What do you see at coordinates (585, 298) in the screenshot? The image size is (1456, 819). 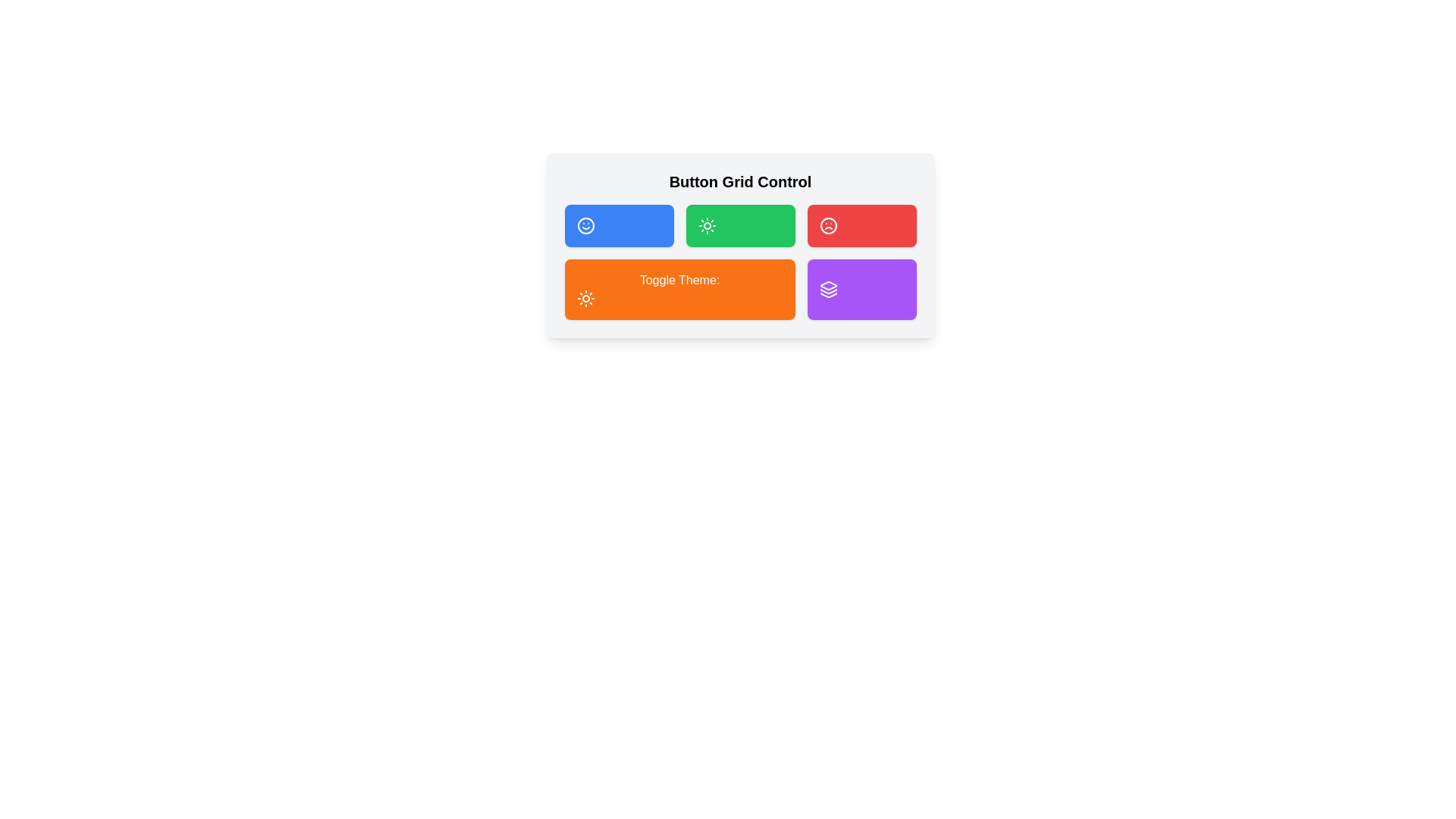 I see `the theme toggle icon located on the left side of the 'Toggle Theme:' button in the bottom left area of the control grid` at bounding box center [585, 298].